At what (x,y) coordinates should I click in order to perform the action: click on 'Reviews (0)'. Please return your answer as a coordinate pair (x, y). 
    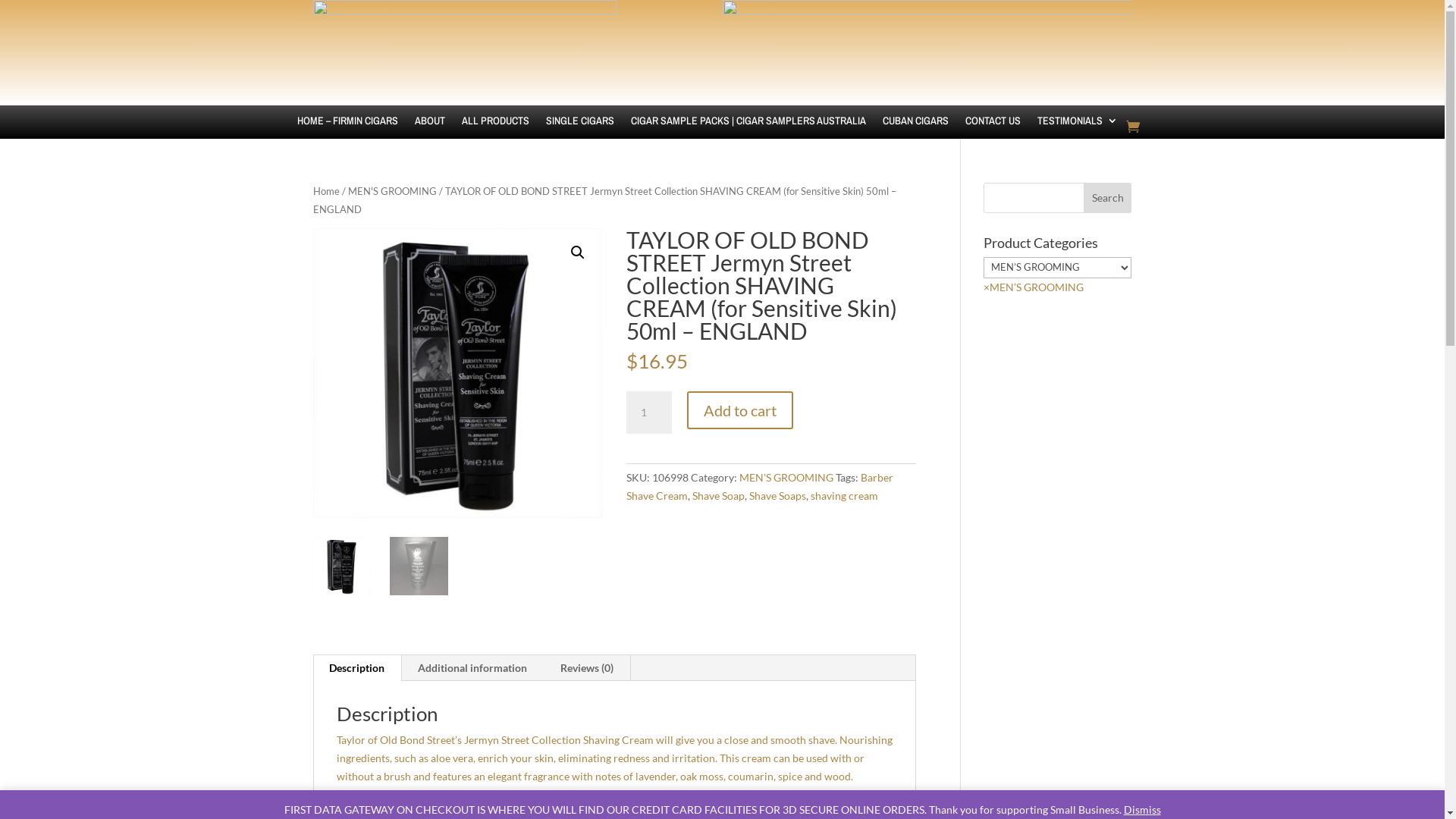
    Looking at the image, I should click on (585, 667).